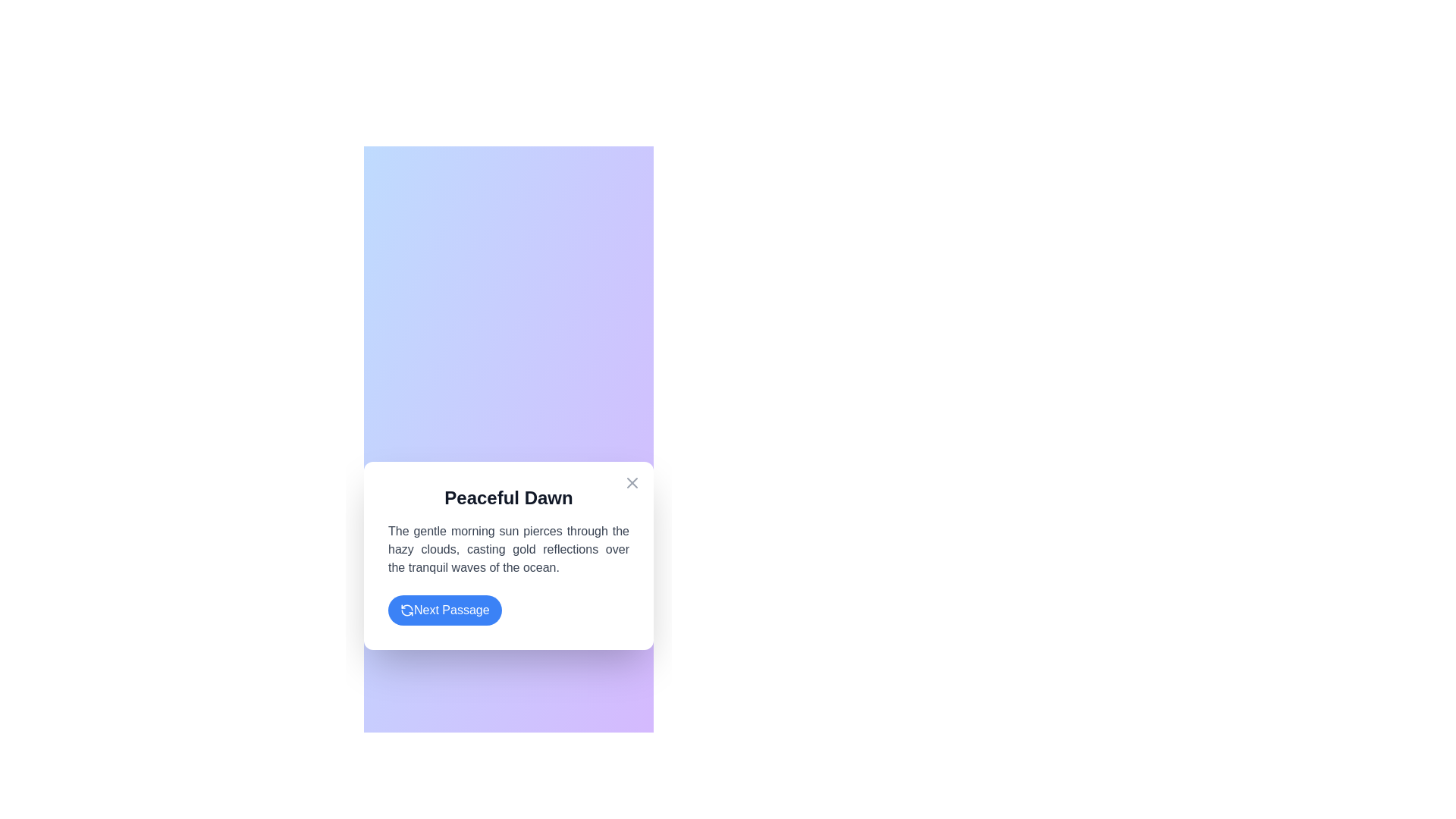  What do you see at coordinates (443, 610) in the screenshot?
I see `the 'Next Passage' button to navigate to the next passage` at bounding box center [443, 610].